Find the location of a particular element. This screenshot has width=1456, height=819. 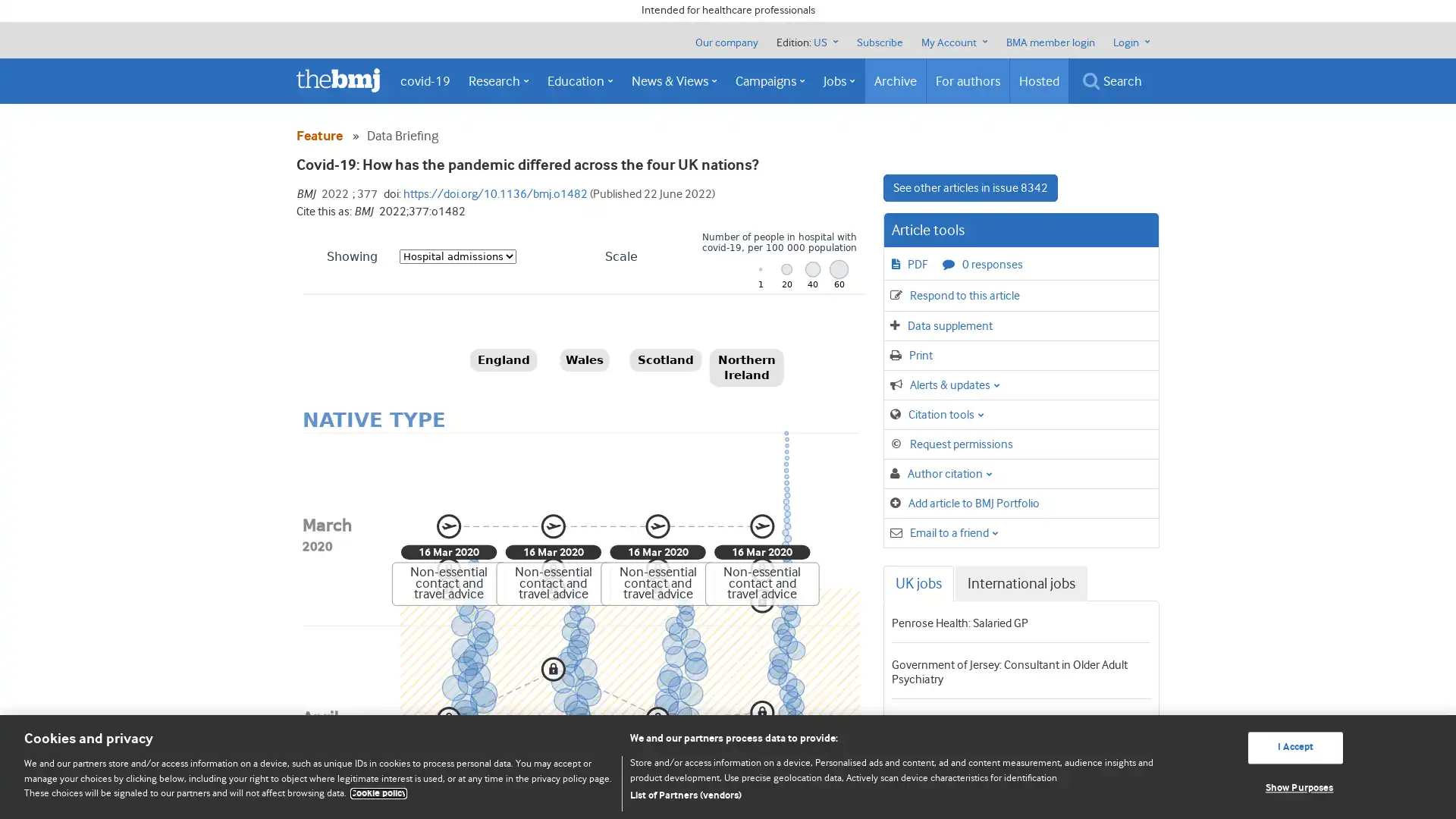

Citation tools is located at coordinates (944, 415).